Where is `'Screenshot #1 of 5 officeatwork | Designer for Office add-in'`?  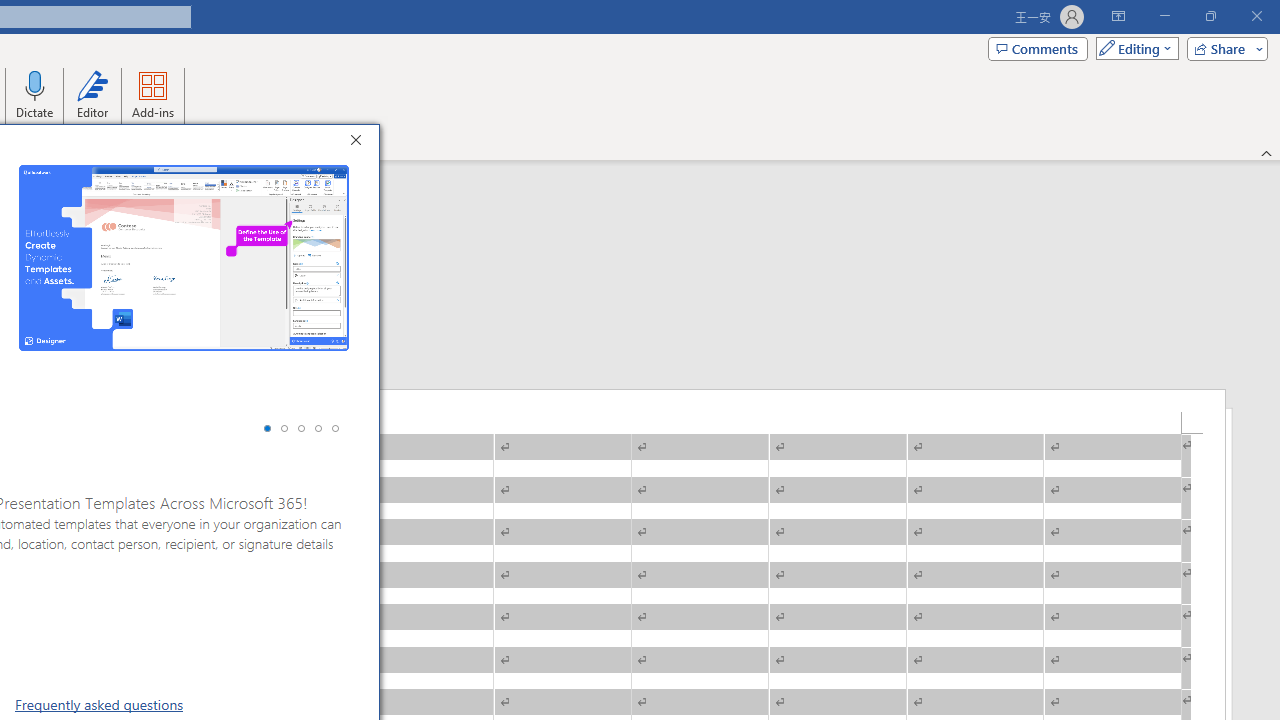 'Screenshot #1 of 5 officeatwork | Designer for Office add-in' is located at coordinates (184, 257).